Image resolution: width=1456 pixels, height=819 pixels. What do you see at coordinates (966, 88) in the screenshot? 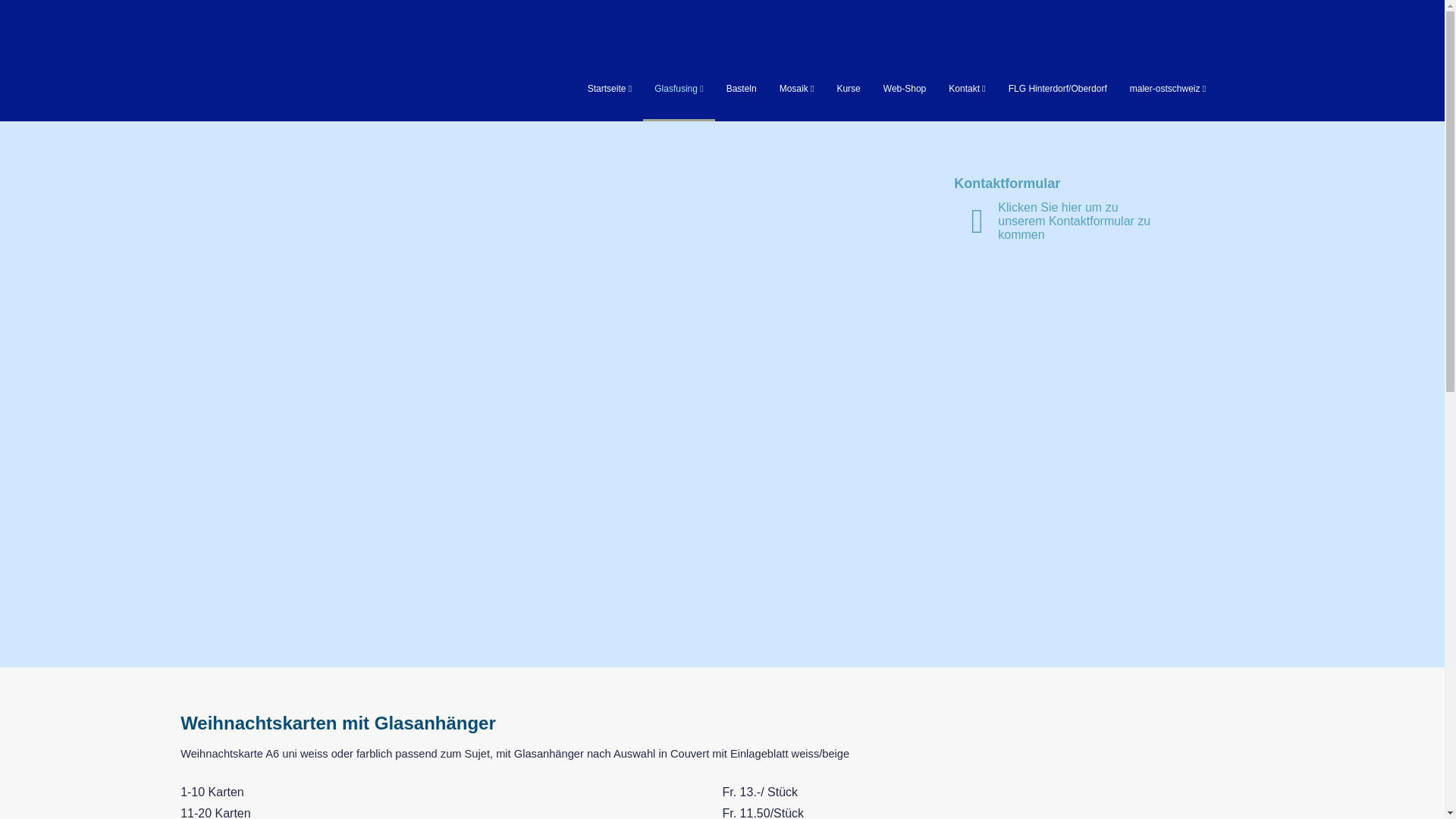
I see `'Kontakt'` at bounding box center [966, 88].